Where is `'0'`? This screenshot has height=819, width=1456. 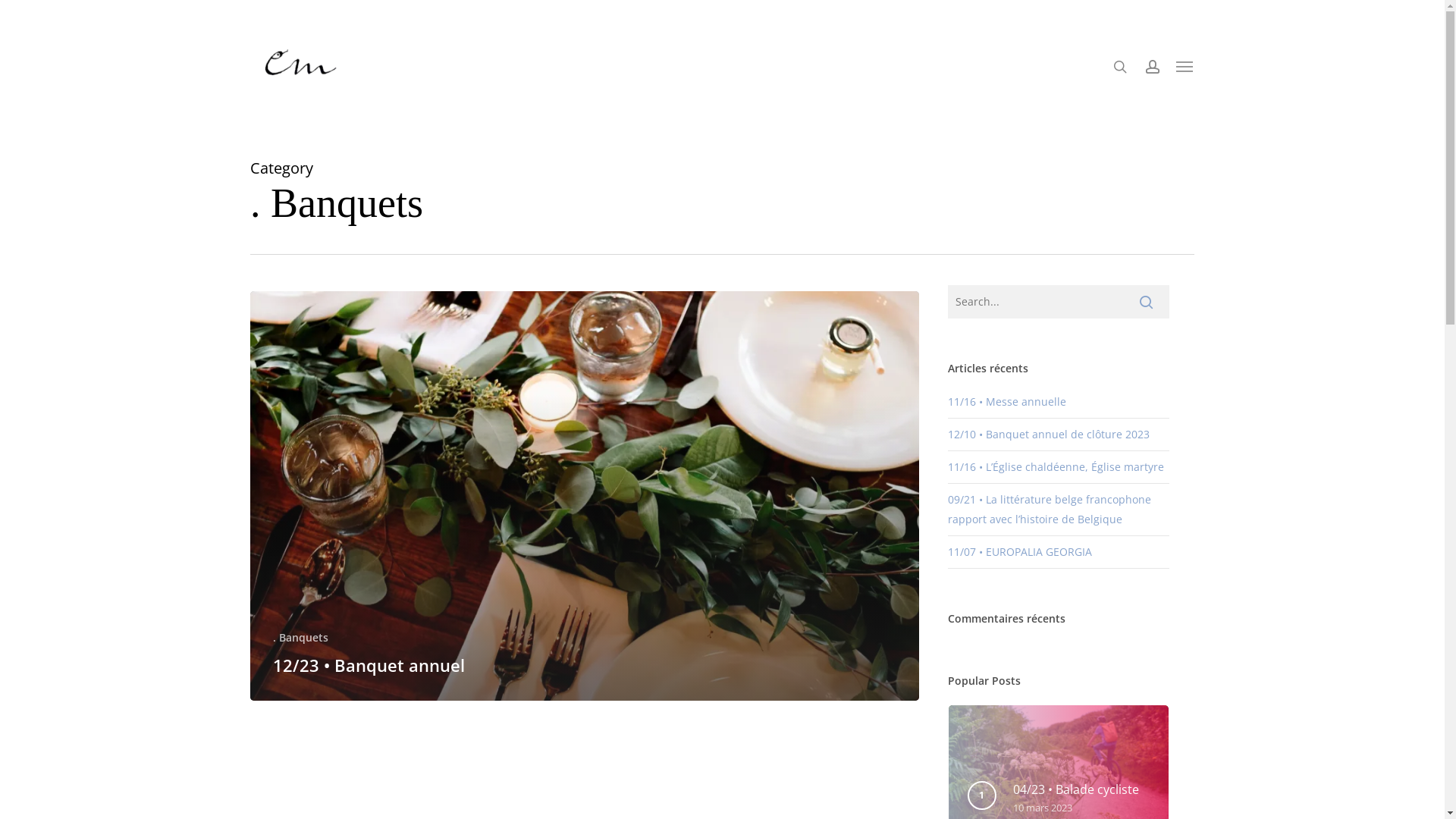
'0' is located at coordinates (1176, 74).